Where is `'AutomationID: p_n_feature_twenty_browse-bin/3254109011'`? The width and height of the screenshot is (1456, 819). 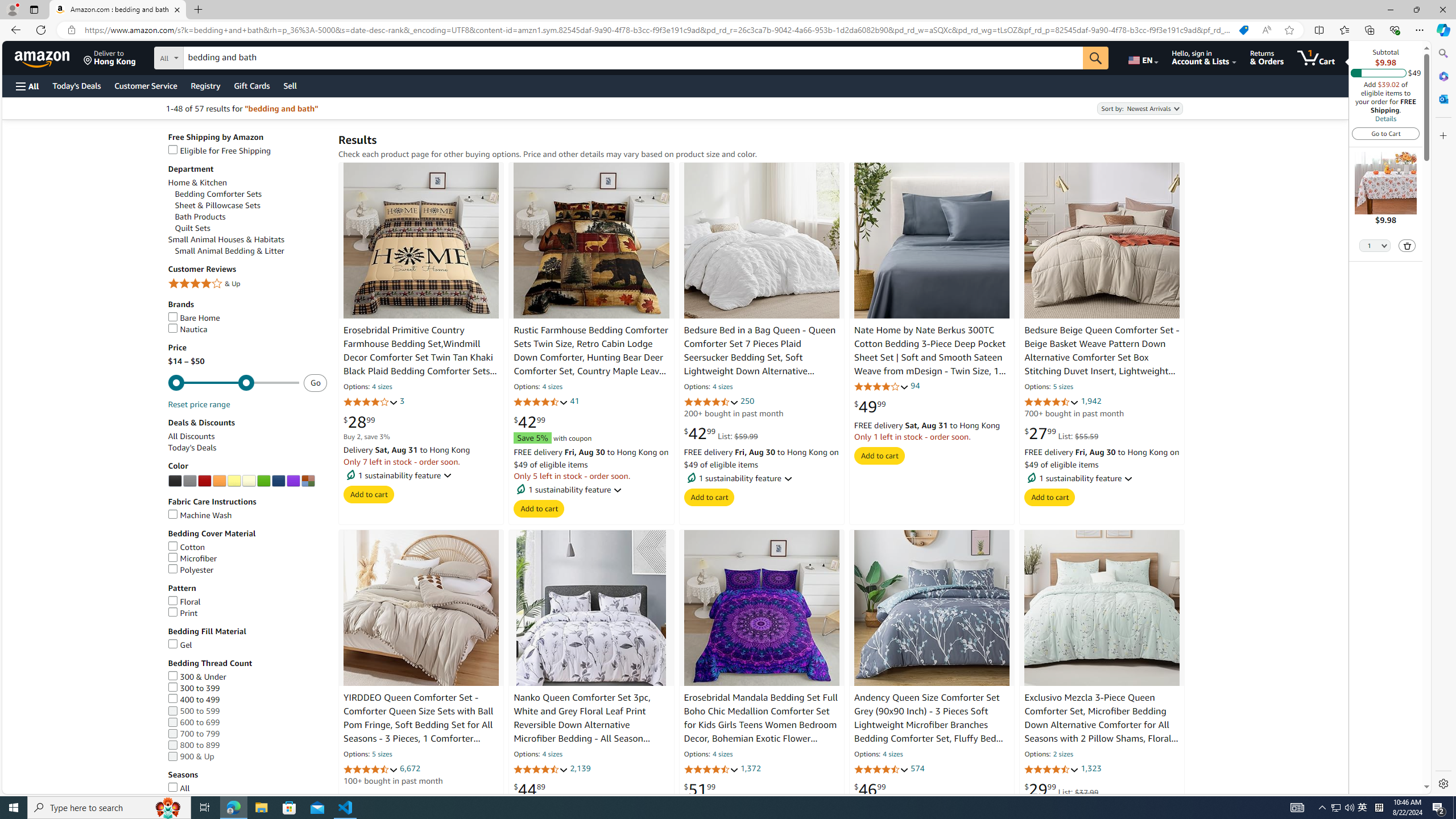 'AutomationID: p_n_feature_twenty_browse-bin/3254109011' is located at coordinates (278, 481).